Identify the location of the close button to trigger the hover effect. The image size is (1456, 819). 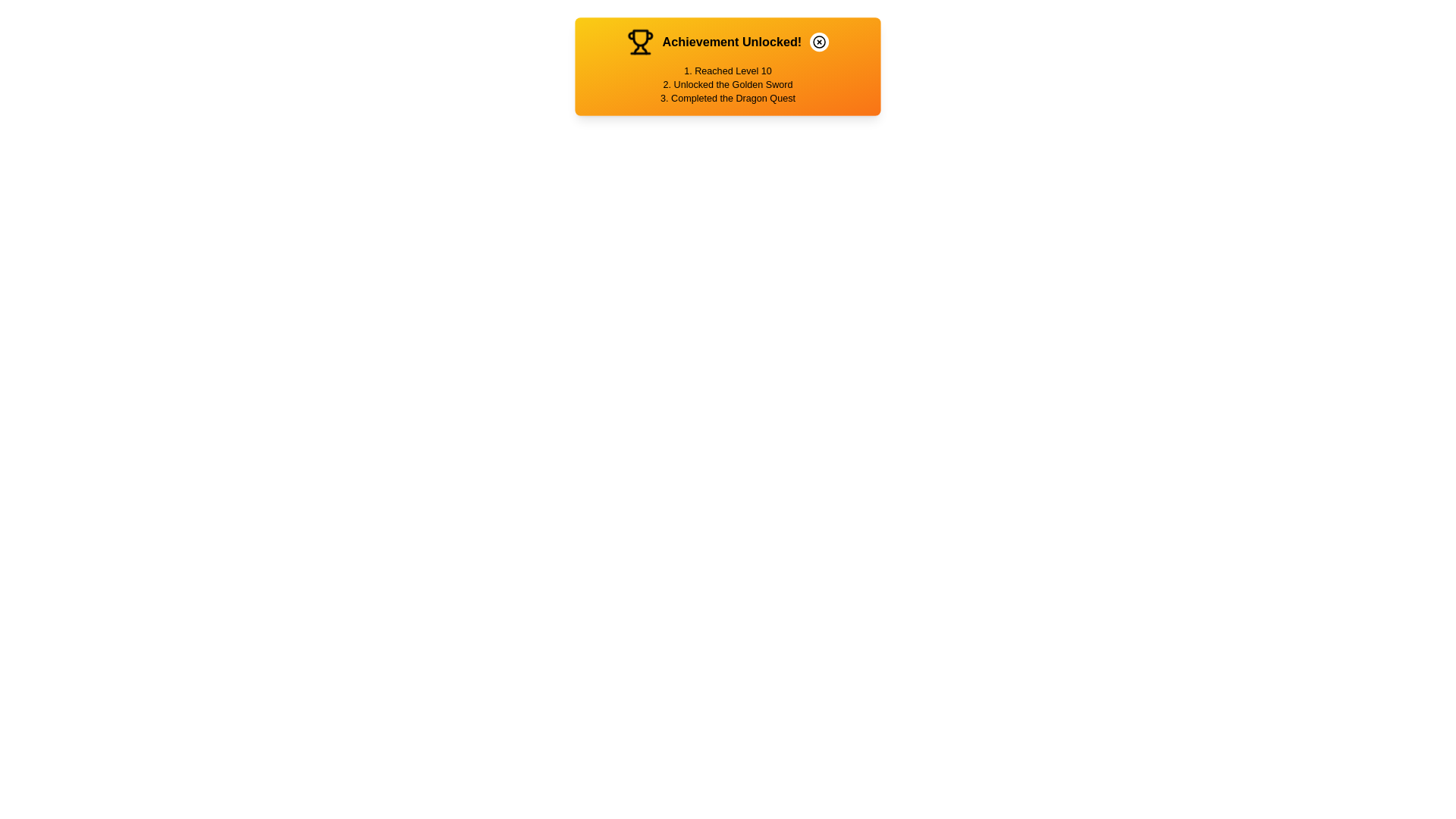
(818, 41).